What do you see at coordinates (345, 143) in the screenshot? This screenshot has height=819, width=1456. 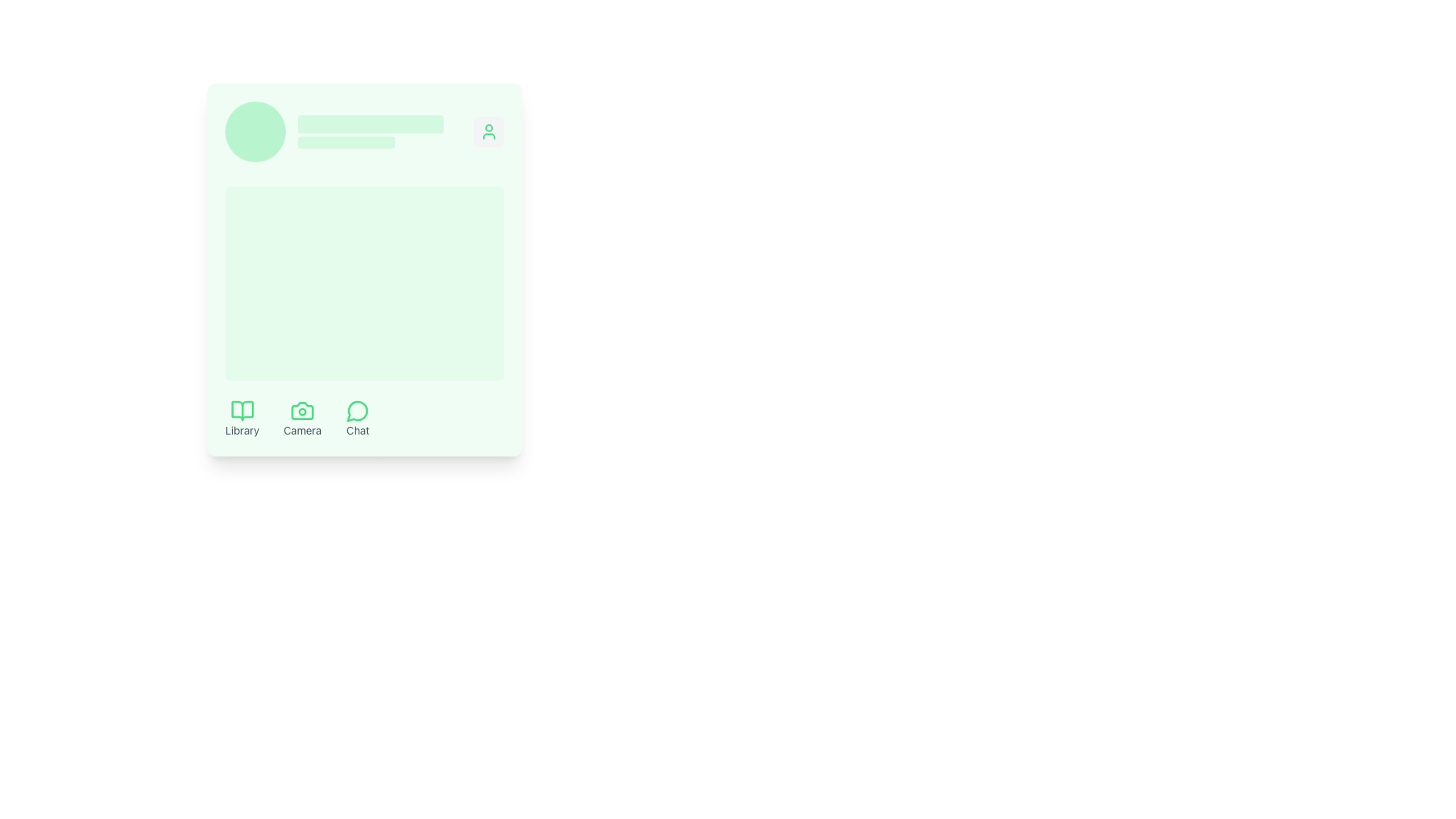 I see `the loading placeholder component, which visually indicates data processing and is centrally positioned with a slight right offset beneath a larger placeholder` at bounding box center [345, 143].